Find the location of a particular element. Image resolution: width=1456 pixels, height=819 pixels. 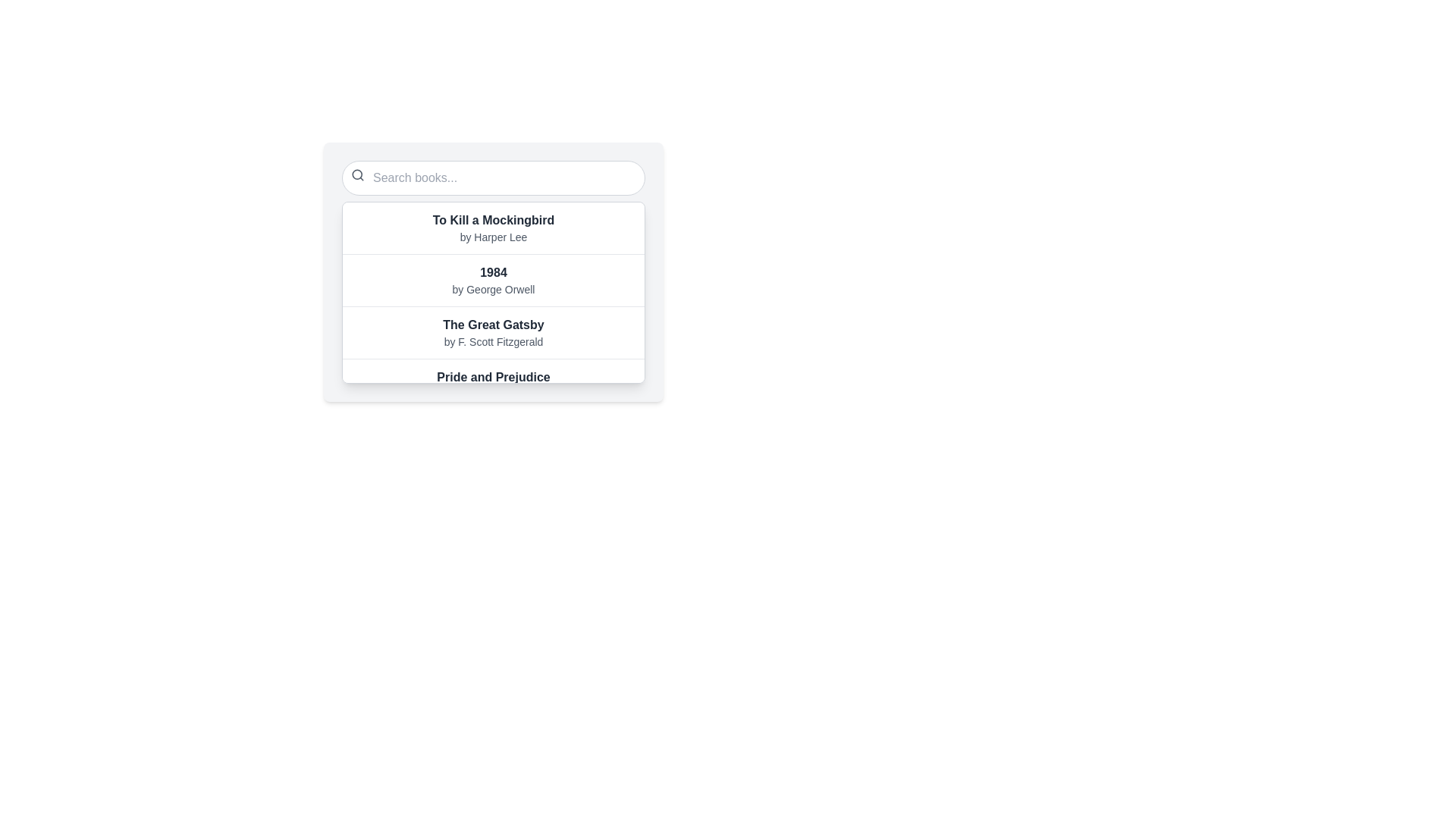

the search icon located at the left side of the search bar, which is associated with initiating a search operation is located at coordinates (356, 174).